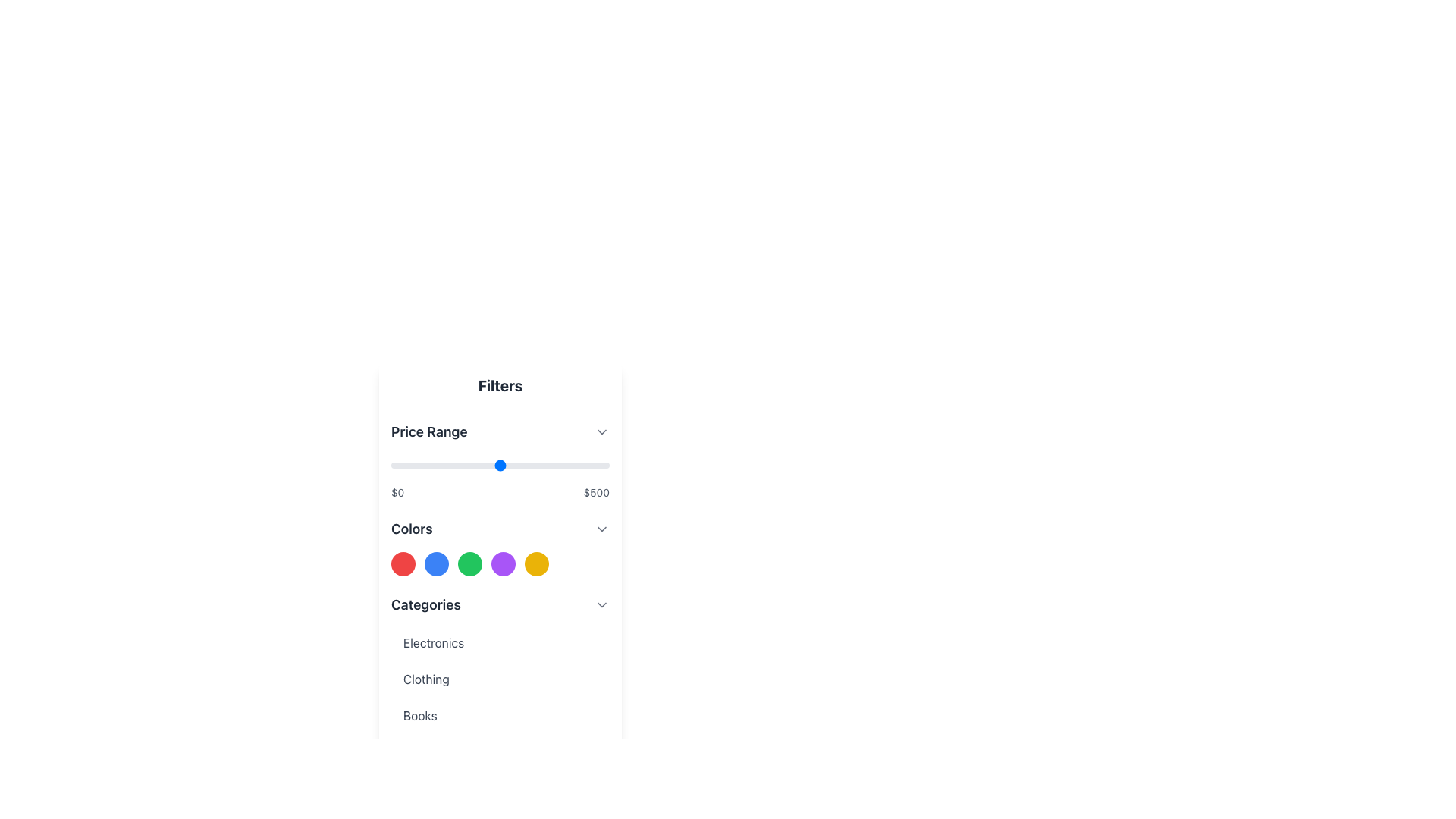 This screenshot has height=819, width=1456. I want to click on the price range, so click(596, 464).